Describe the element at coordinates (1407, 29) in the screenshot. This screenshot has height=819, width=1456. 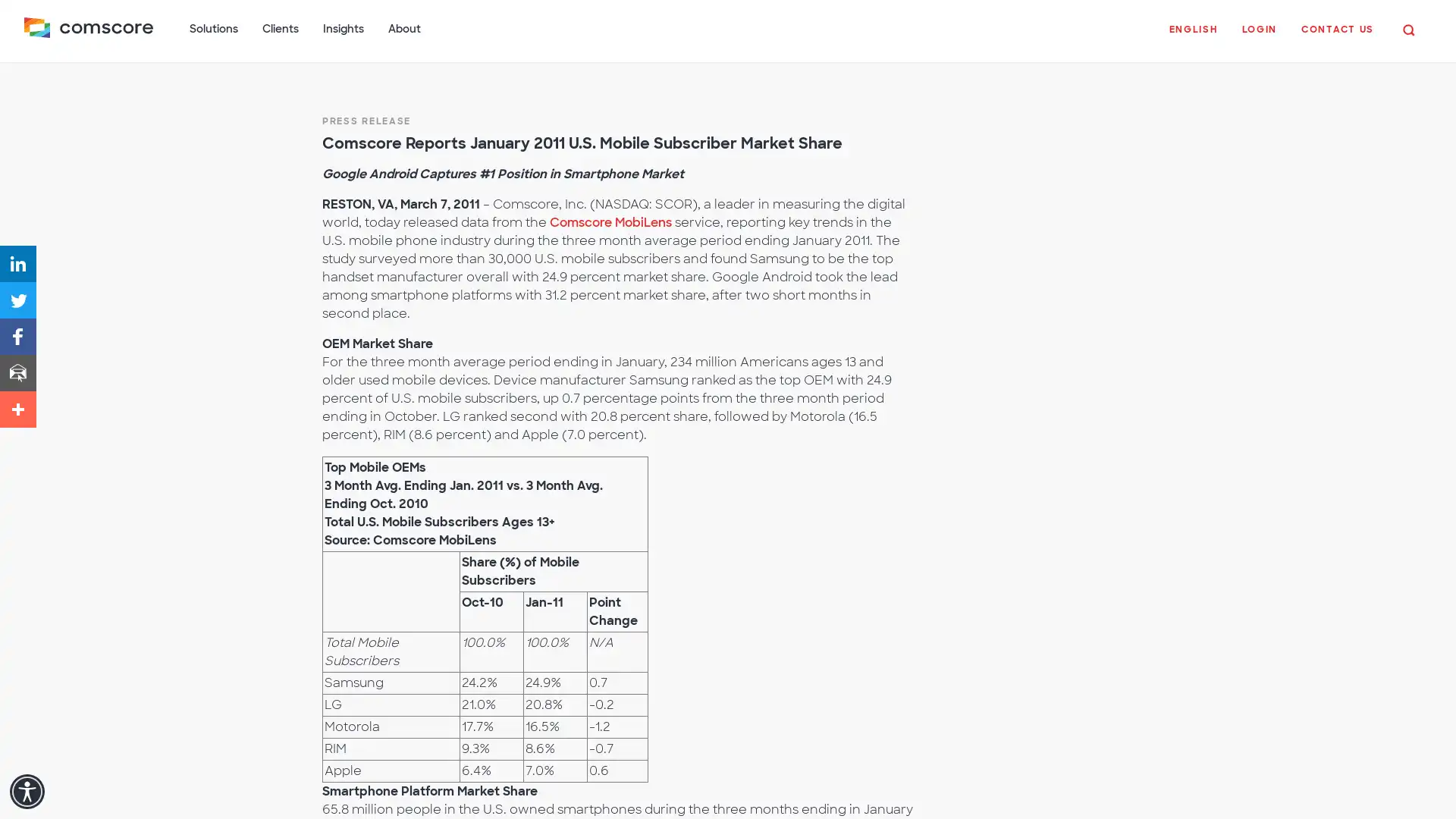
I see `search` at that location.